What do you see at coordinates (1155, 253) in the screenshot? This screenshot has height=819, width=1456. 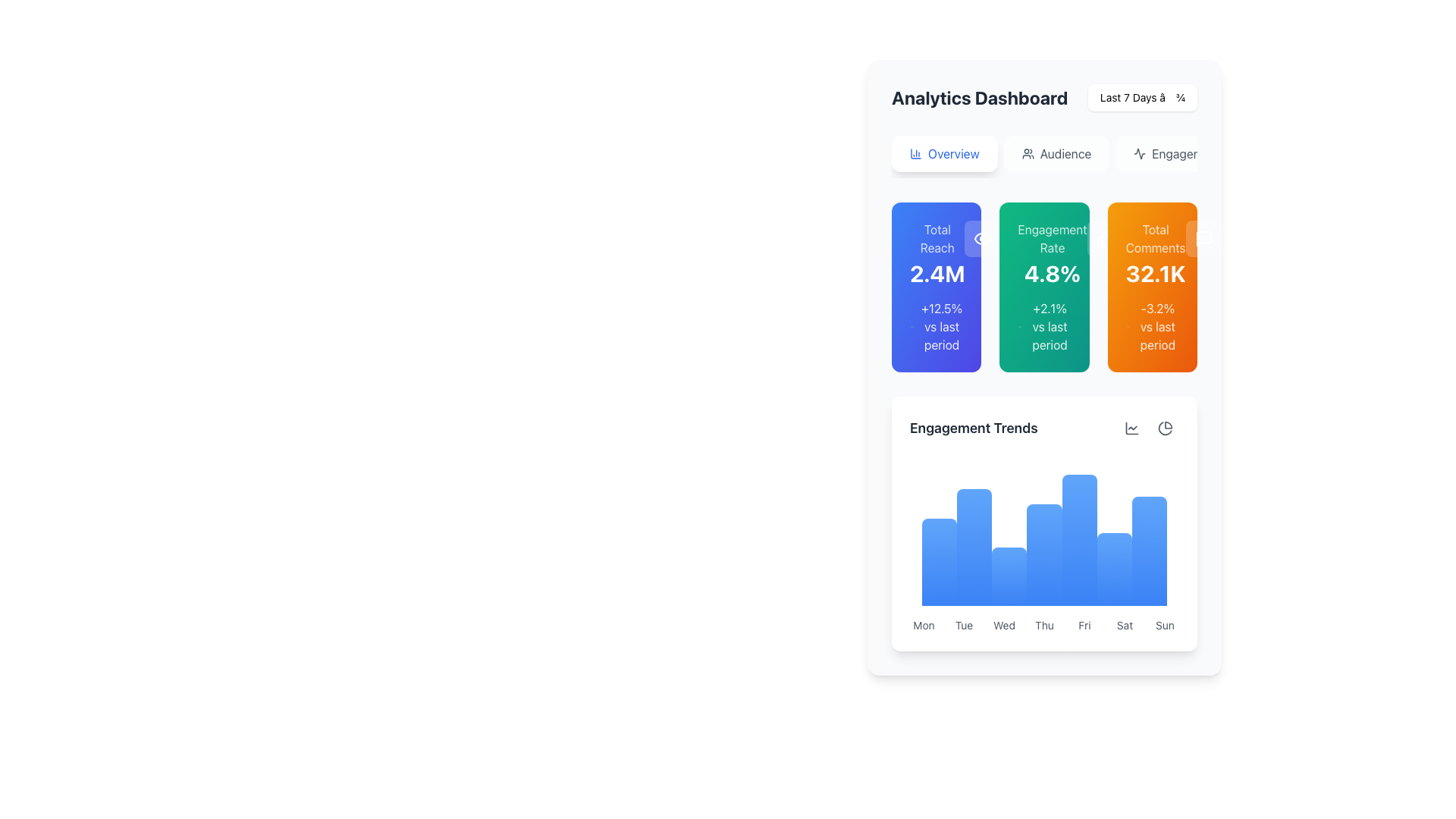 I see `the Info card displaying 'Total Comments' with the numeric value '32.1K' in the top-right corner of the layout` at bounding box center [1155, 253].